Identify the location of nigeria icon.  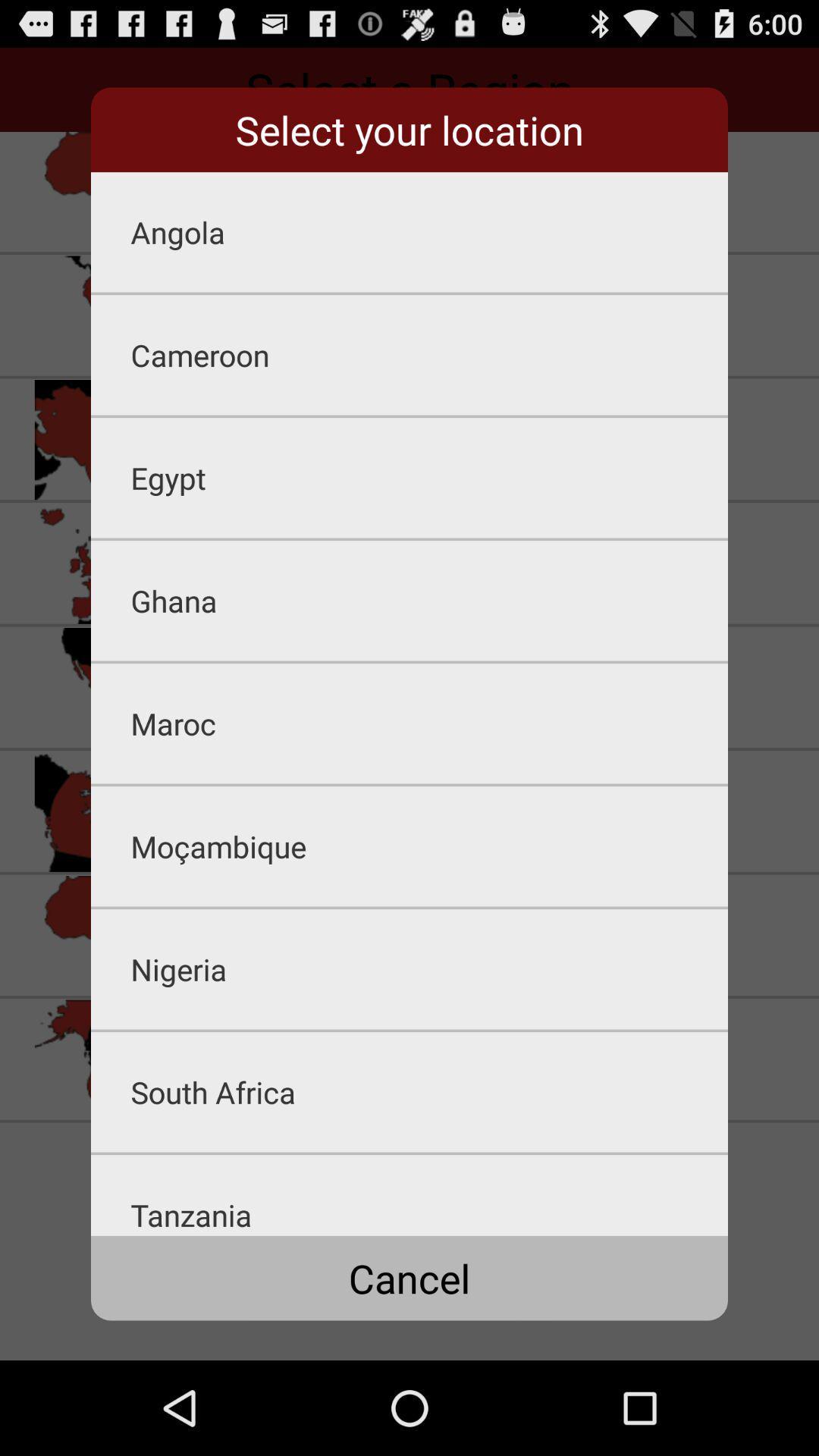
(429, 968).